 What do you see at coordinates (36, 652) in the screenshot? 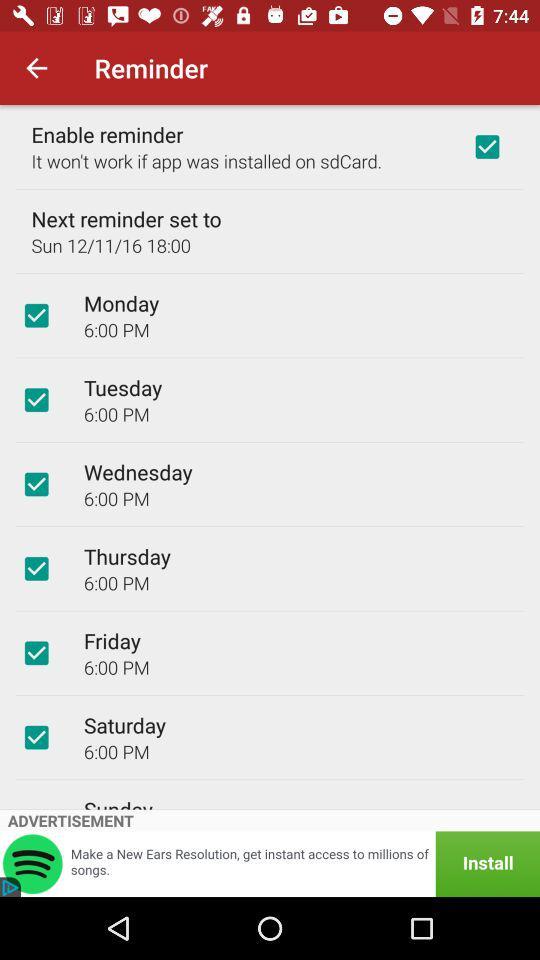
I see `item` at bounding box center [36, 652].